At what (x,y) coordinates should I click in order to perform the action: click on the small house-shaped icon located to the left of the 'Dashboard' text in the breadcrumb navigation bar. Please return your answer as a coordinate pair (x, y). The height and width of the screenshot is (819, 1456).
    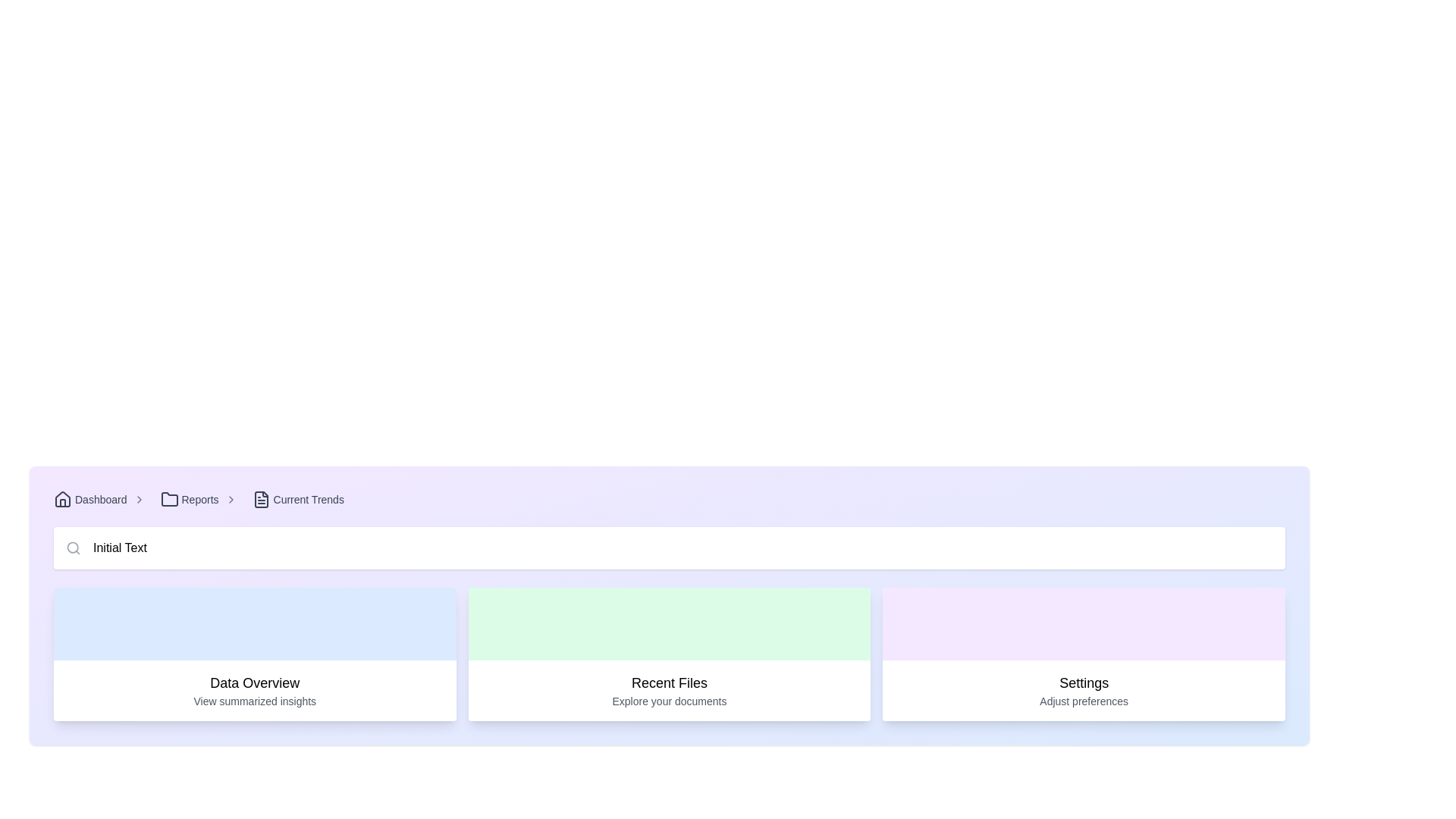
    Looking at the image, I should click on (61, 500).